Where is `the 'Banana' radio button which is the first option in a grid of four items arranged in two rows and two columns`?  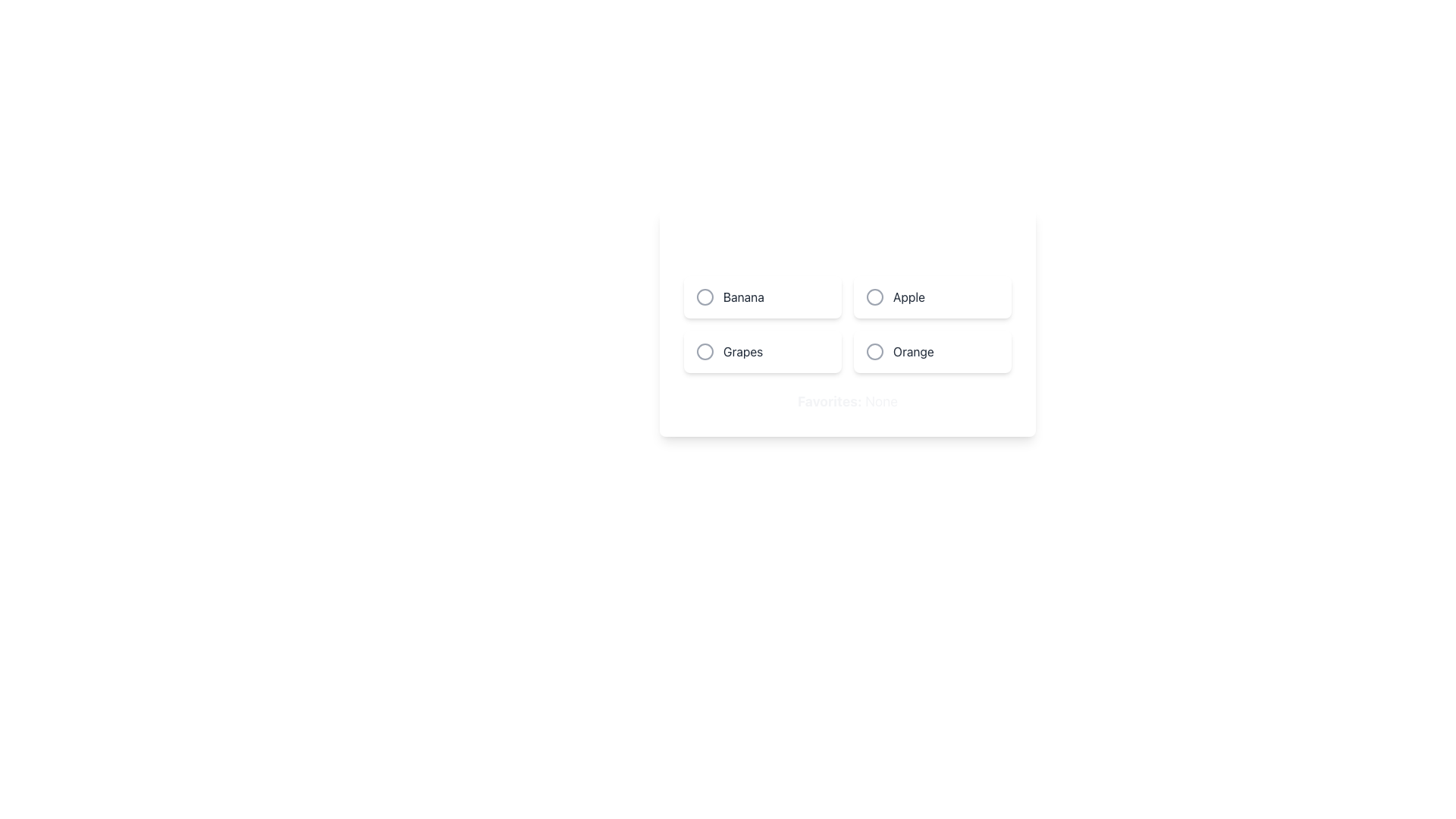
the 'Banana' radio button which is the first option in a grid of four items arranged in two rows and two columns is located at coordinates (763, 297).